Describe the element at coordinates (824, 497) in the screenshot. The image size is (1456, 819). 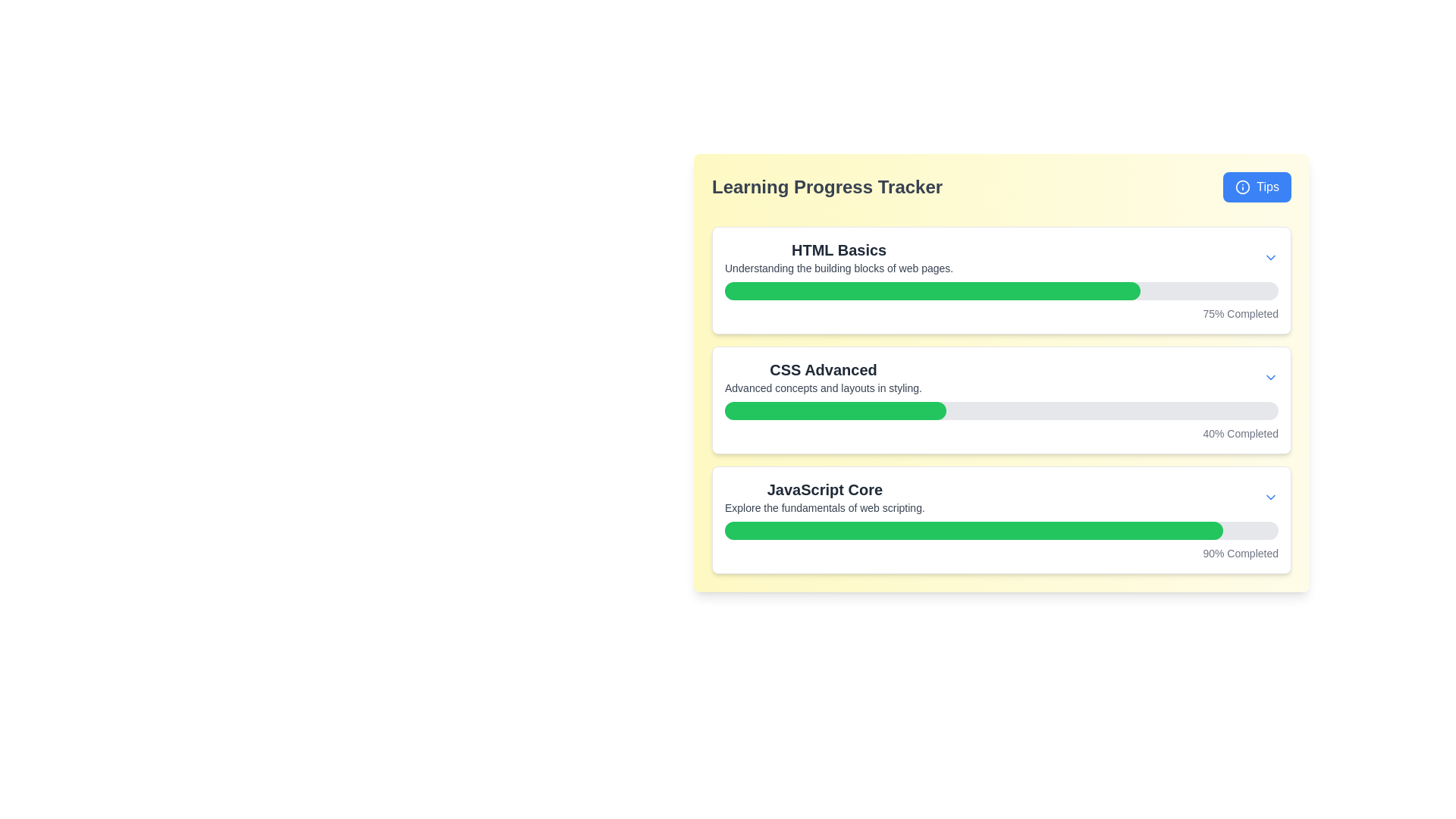
I see `text from the Text block with title and description, which is the third entry in the Learning Progress Tracker section, located below 'HTML Basics' and 'CSS Advanced.'` at that location.